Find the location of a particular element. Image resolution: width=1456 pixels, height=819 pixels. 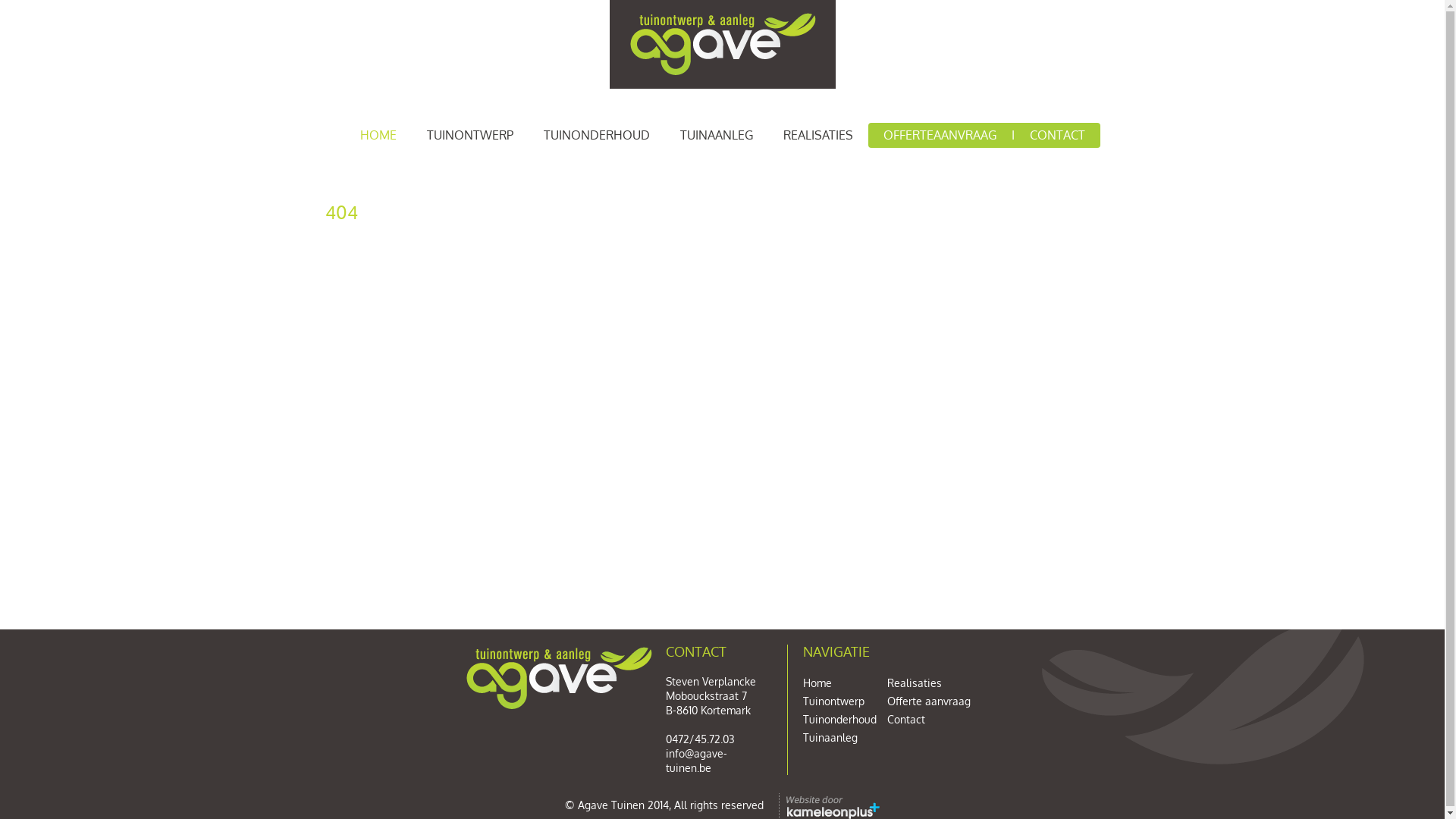

'CONTACT' is located at coordinates (1015, 134).